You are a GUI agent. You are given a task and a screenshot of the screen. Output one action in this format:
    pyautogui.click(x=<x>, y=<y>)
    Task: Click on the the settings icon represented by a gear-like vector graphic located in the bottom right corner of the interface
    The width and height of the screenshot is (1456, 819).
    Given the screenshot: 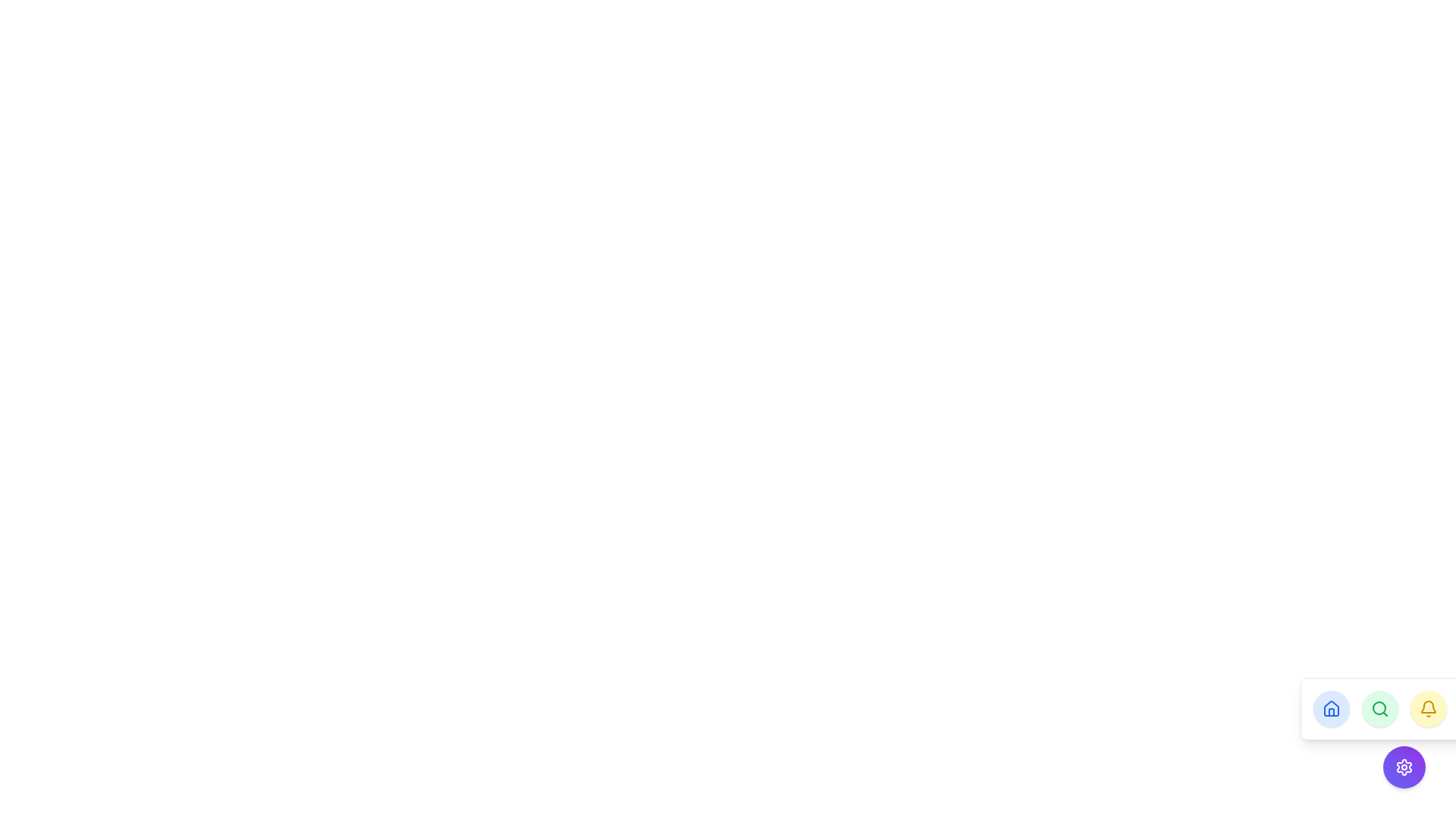 What is the action you would take?
    pyautogui.click(x=1404, y=767)
    